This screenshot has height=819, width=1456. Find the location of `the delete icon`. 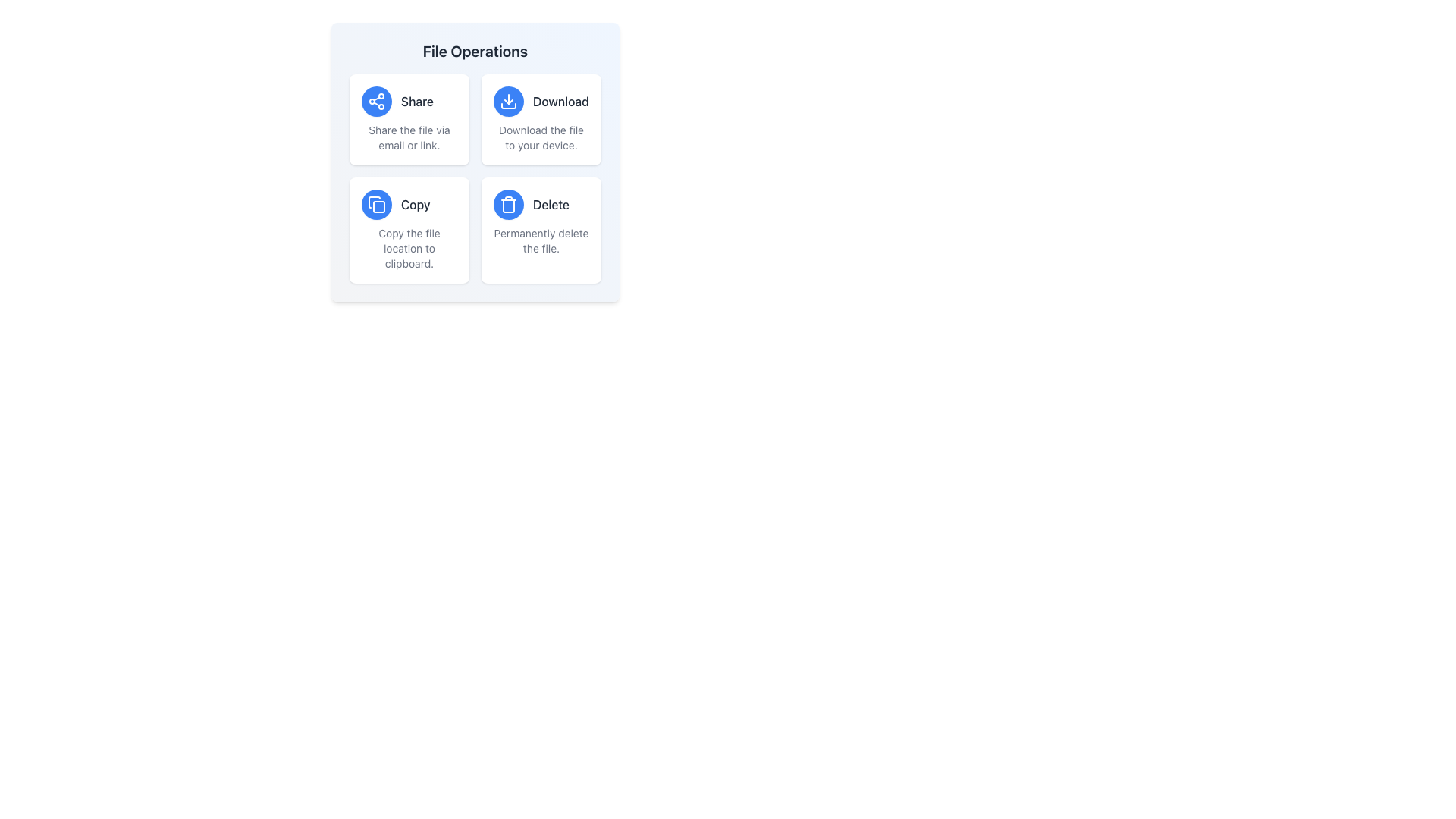

the delete icon is located at coordinates (509, 205).